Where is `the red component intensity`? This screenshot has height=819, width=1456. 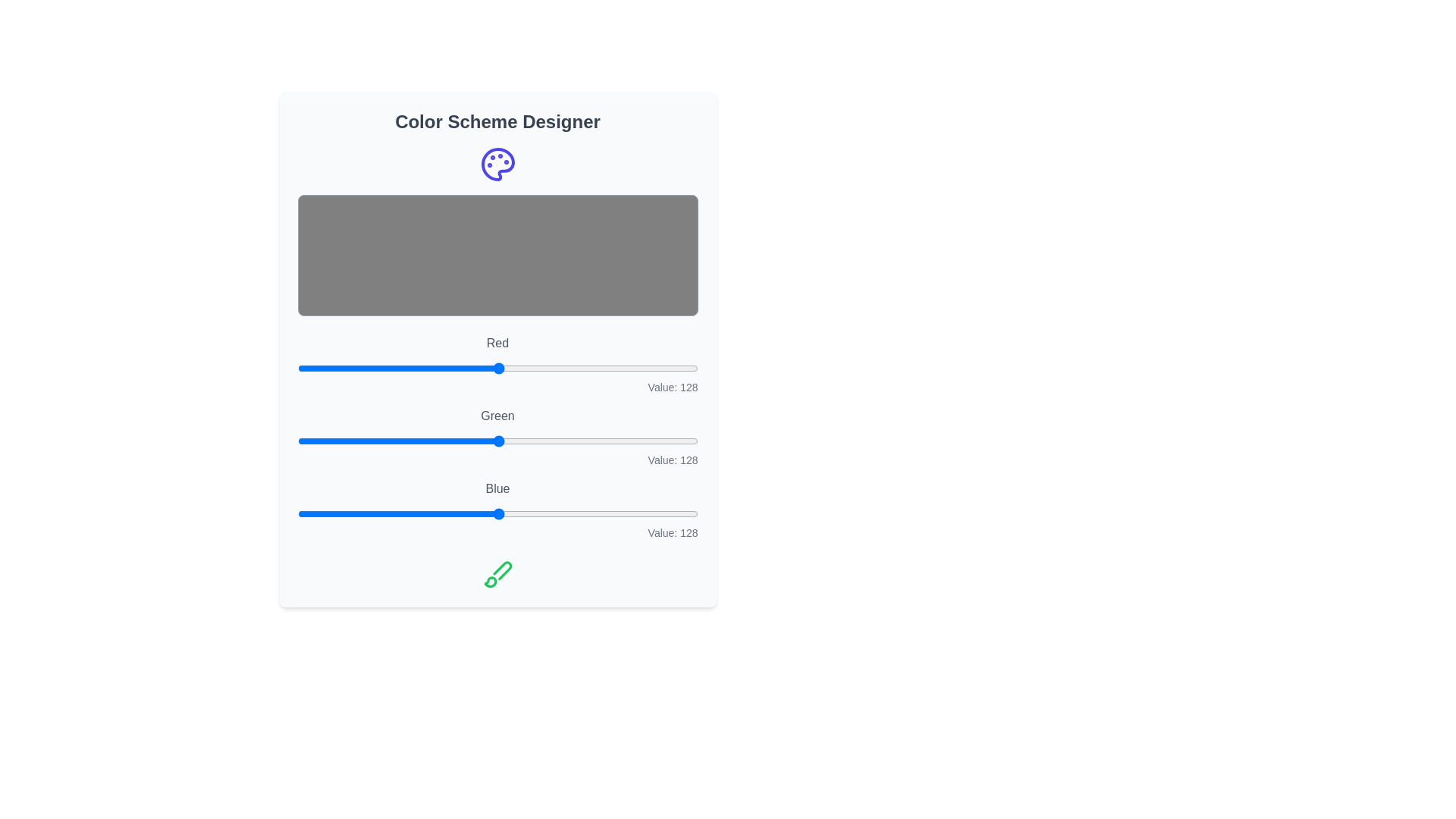 the red component intensity is located at coordinates (695, 369).